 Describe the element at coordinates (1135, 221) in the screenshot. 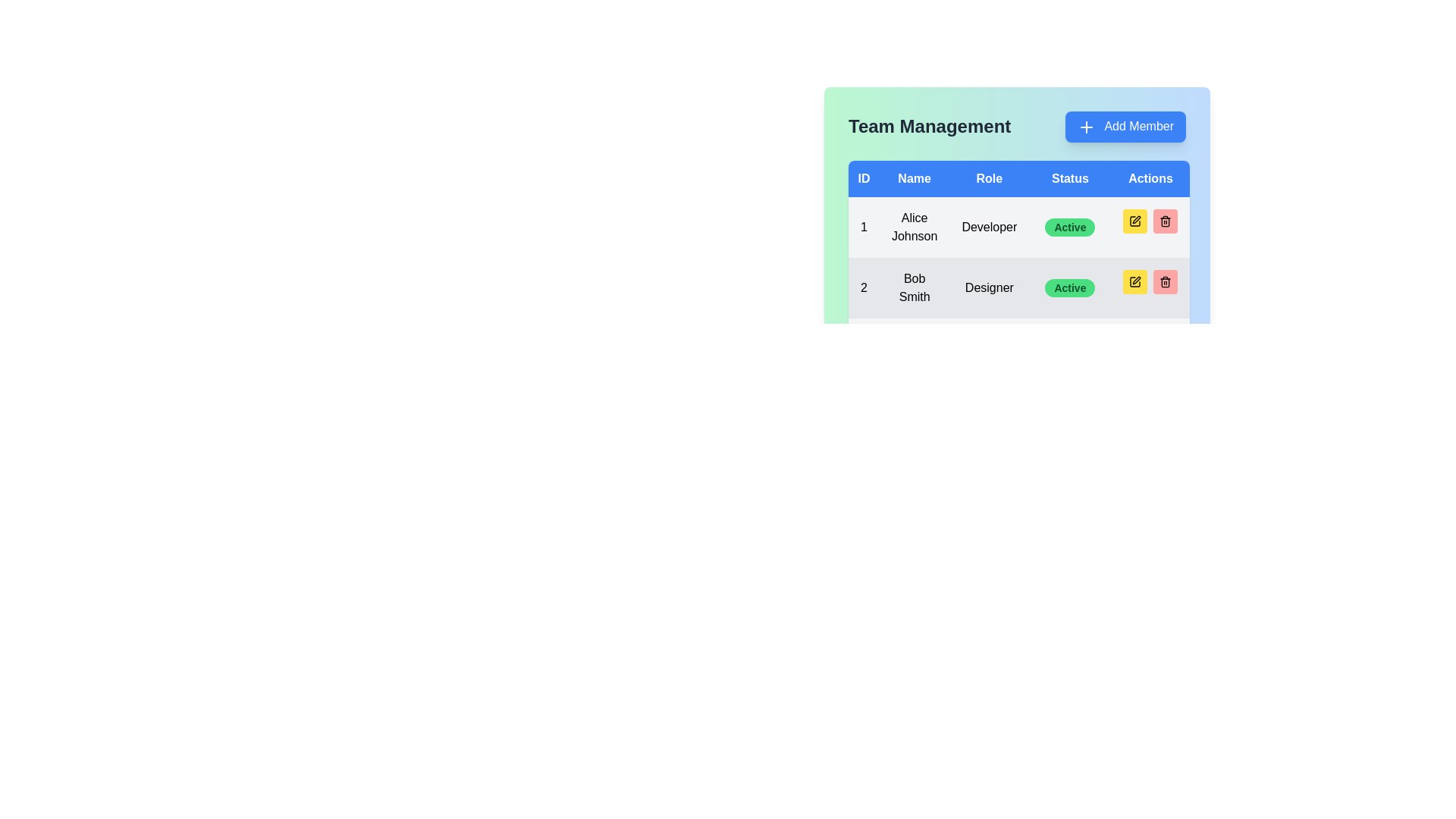

I see `the edit button in the 'Actions' column for the user 'Alice Johnson'` at that location.